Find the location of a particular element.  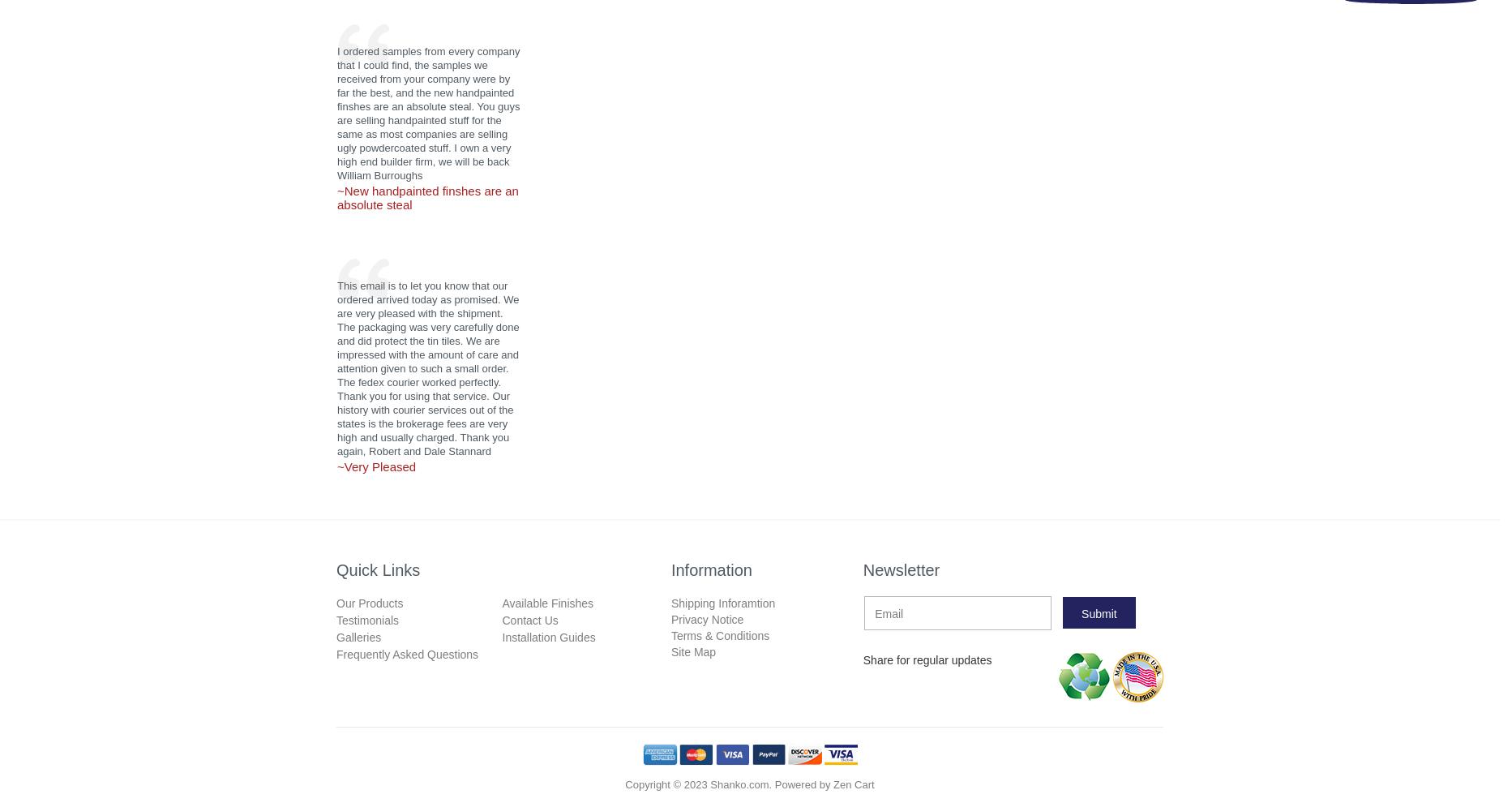

'Zen Cart' is located at coordinates (853, 784).